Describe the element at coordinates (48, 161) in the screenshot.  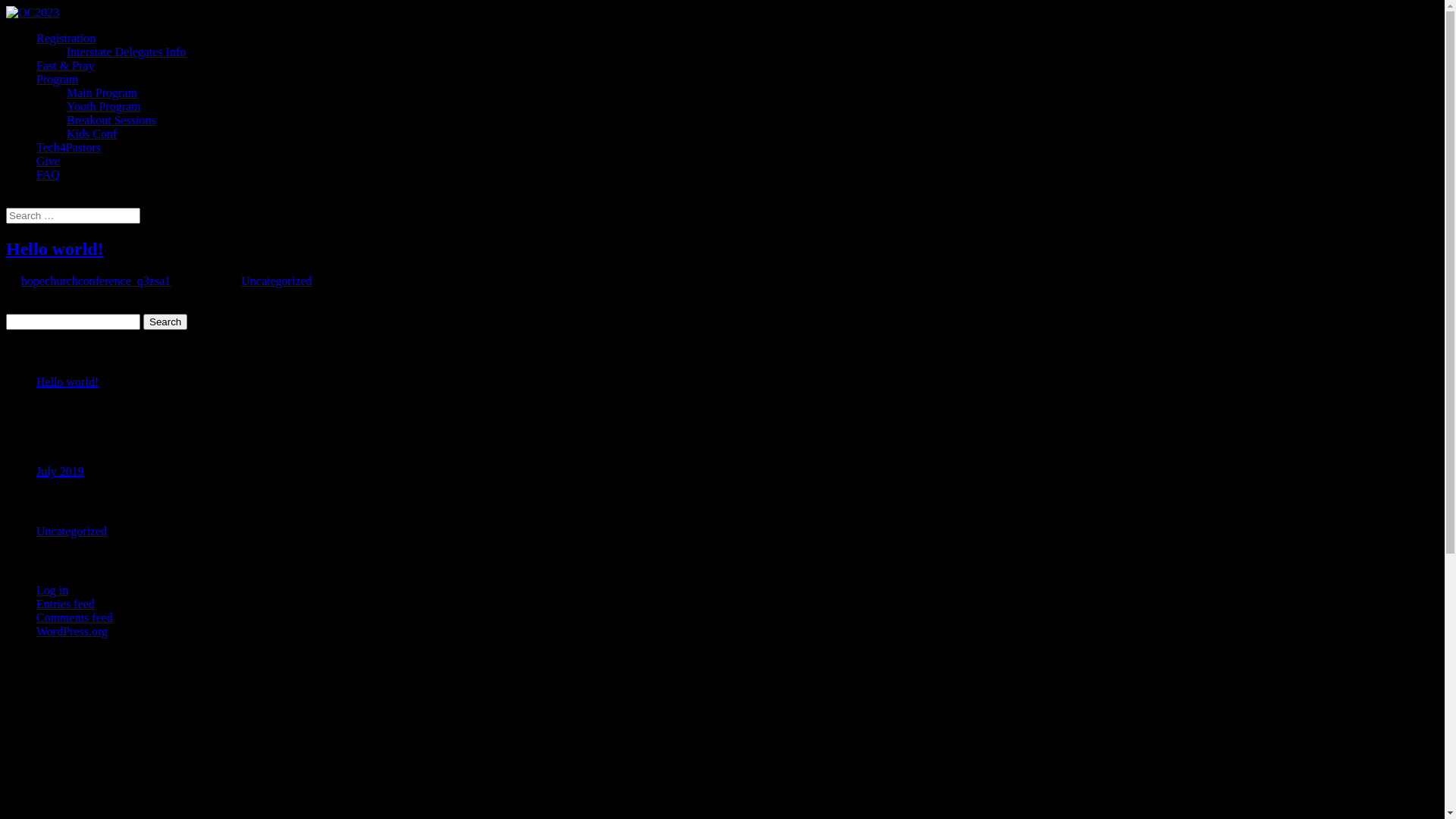
I see `'Give'` at that location.